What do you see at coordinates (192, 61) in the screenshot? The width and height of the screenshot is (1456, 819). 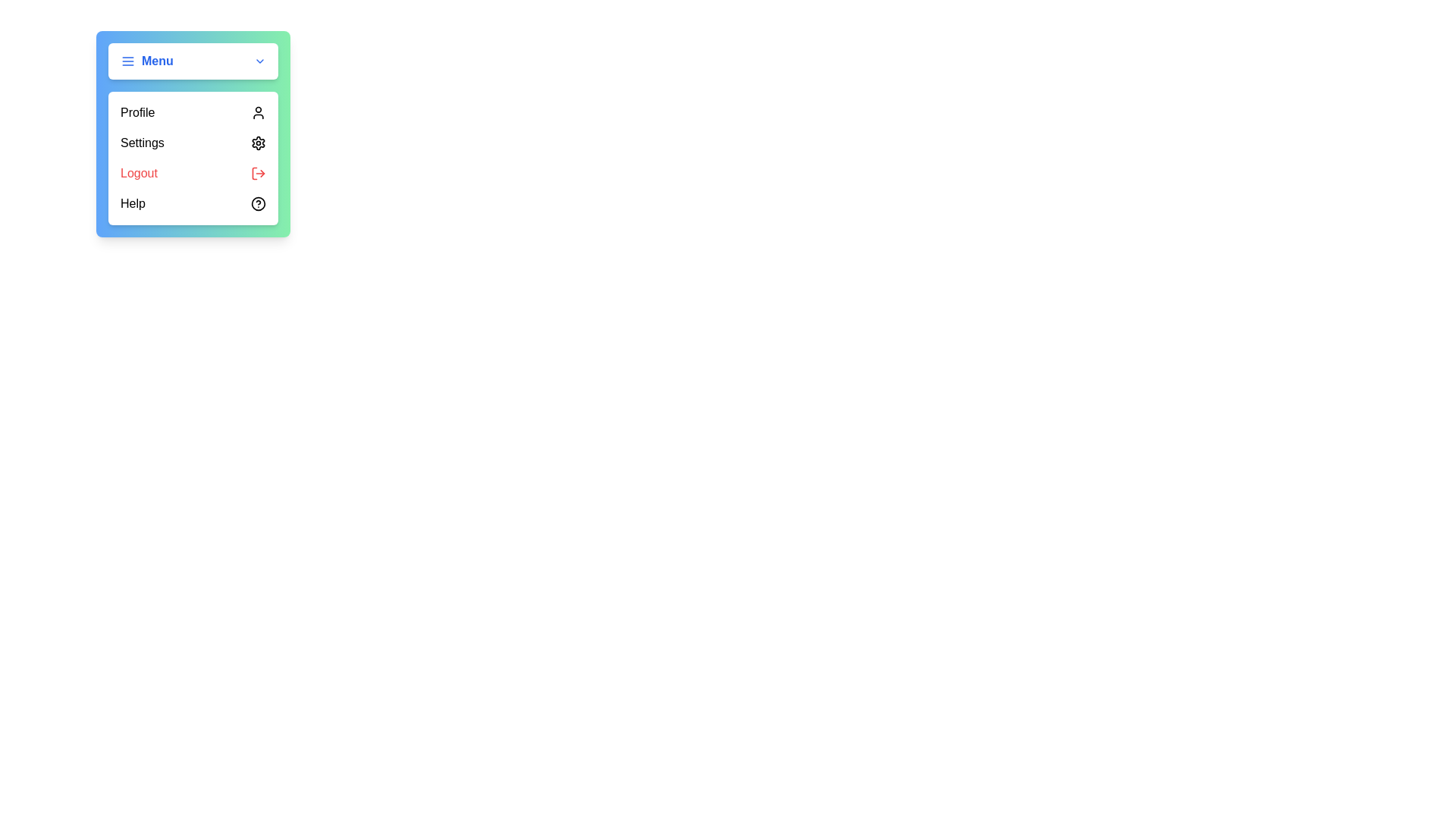 I see `the menu button to toggle the dropdown visibility` at bounding box center [192, 61].